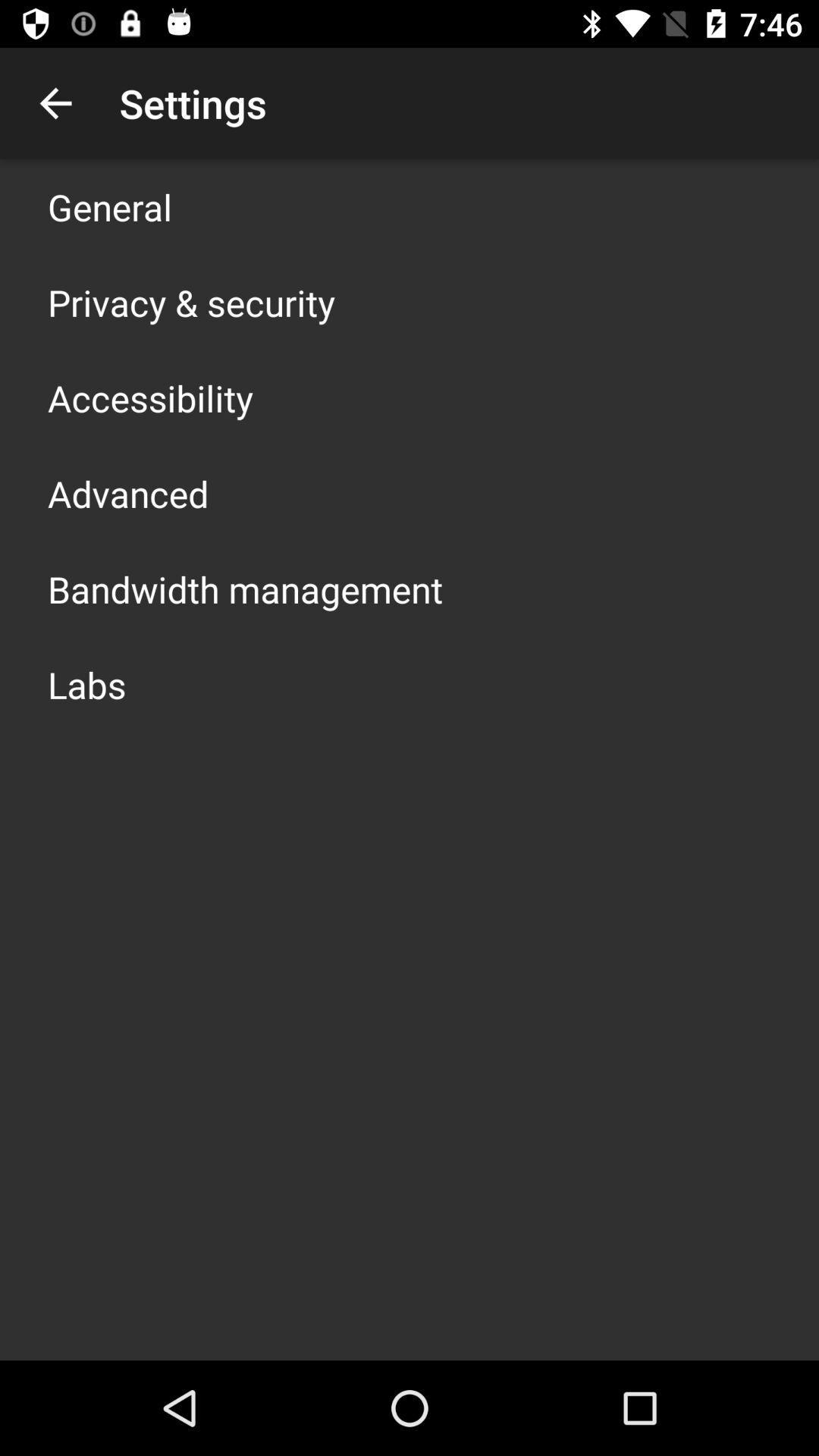 The image size is (819, 1456). What do you see at coordinates (109, 206) in the screenshot?
I see `general app` at bounding box center [109, 206].